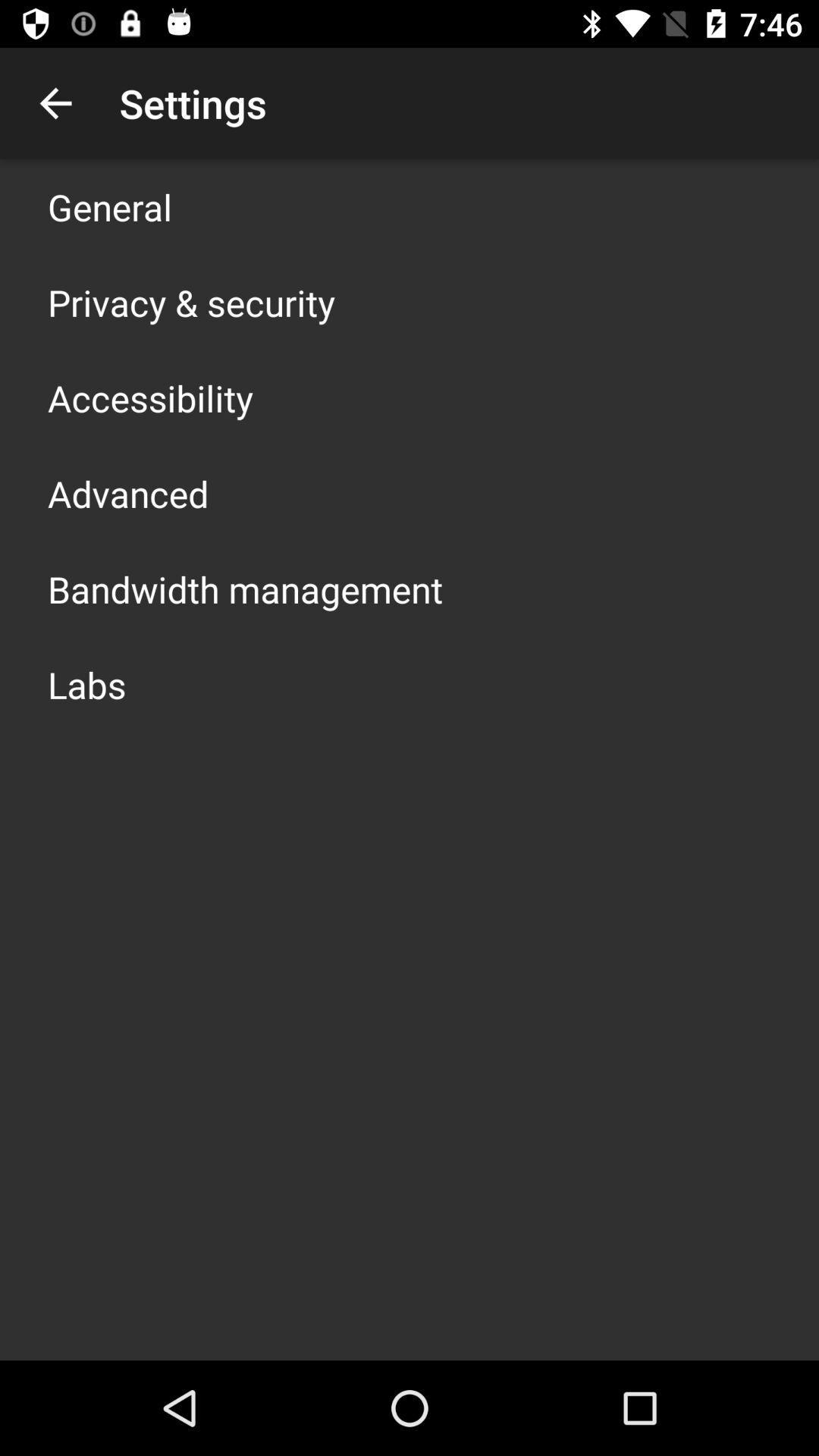 The image size is (819, 1456). What do you see at coordinates (109, 206) in the screenshot?
I see `general app` at bounding box center [109, 206].